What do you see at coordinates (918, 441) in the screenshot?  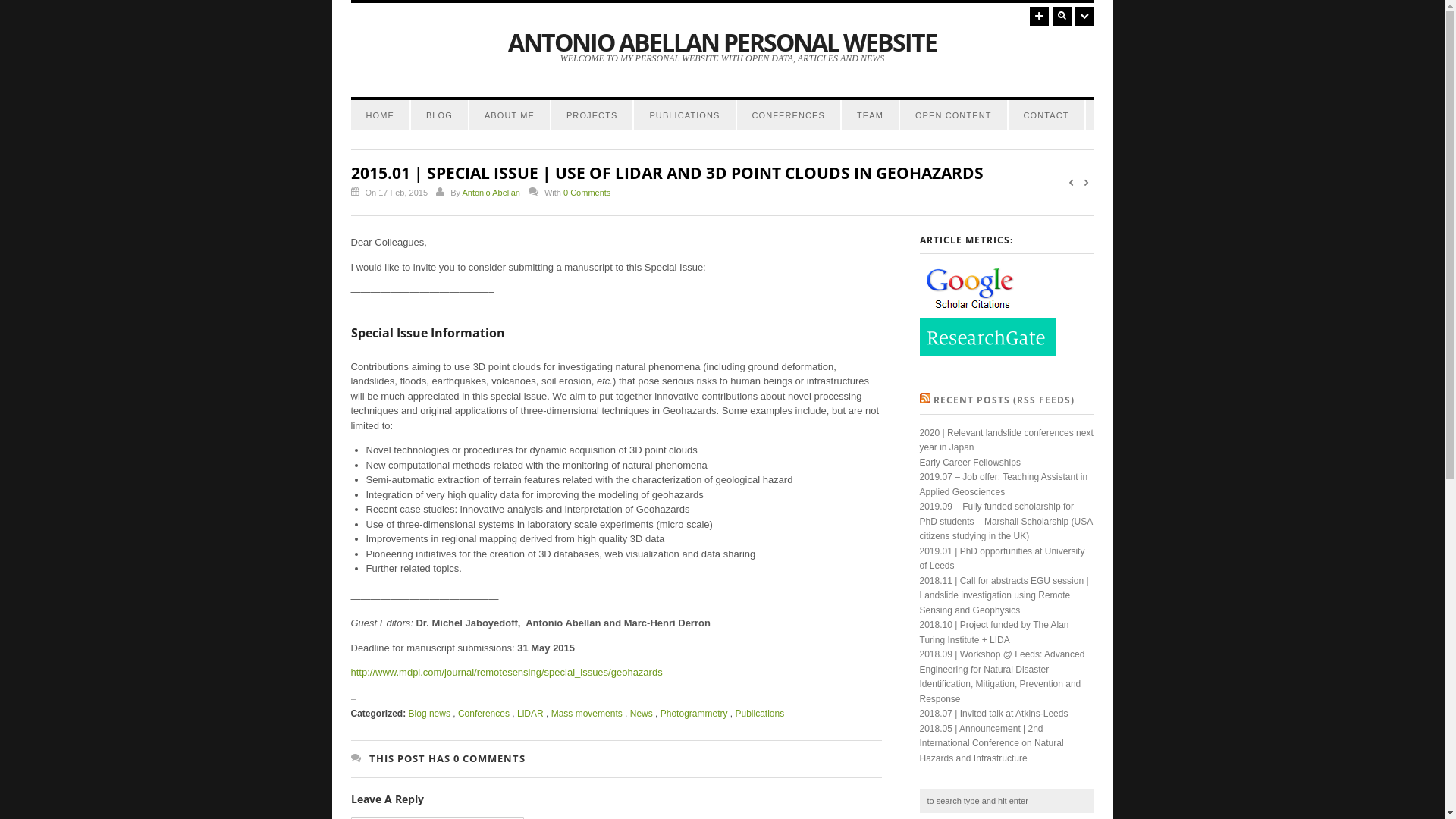 I see `'2020 | Relevant landslide conferences next year in Japan'` at bounding box center [918, 441].